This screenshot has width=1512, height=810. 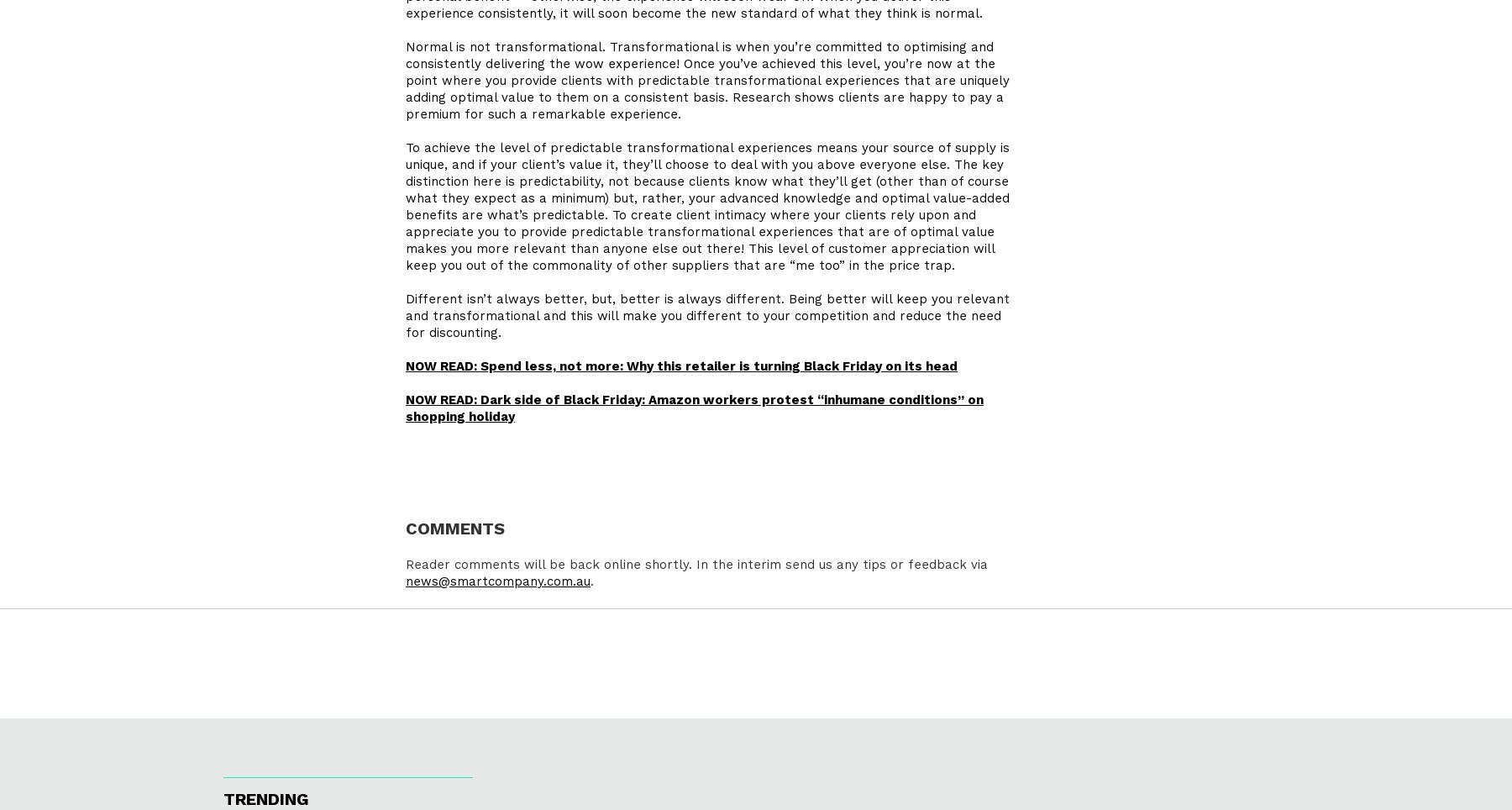 I want to click on 'Trending', so click(x=265, y=800).